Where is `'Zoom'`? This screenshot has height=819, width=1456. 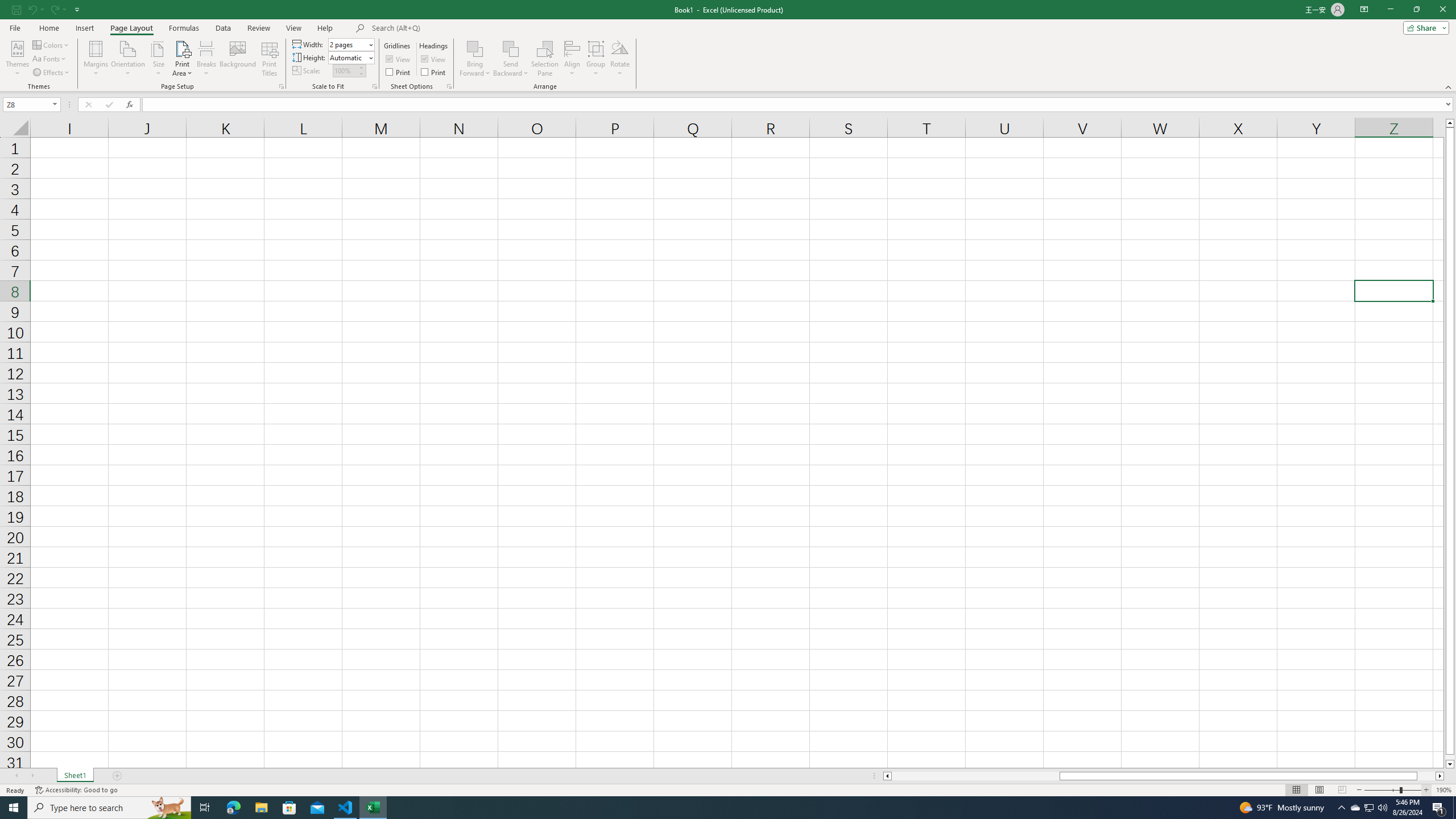
'Zoom' is located at coordinates (1392, 790).